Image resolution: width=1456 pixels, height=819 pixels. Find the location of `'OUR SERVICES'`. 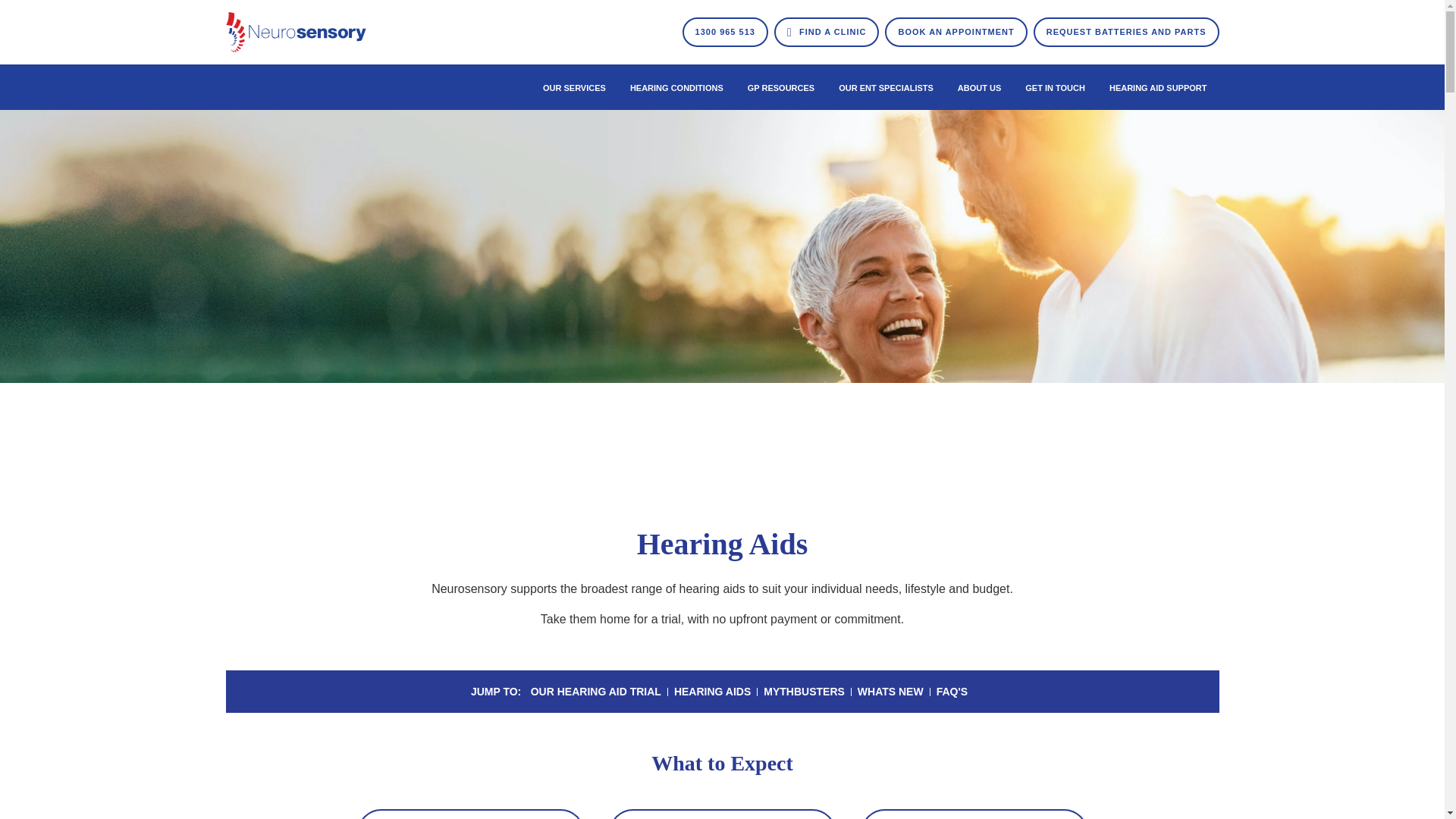

'OUR SERVICES' is located at coordinates (573, 87).